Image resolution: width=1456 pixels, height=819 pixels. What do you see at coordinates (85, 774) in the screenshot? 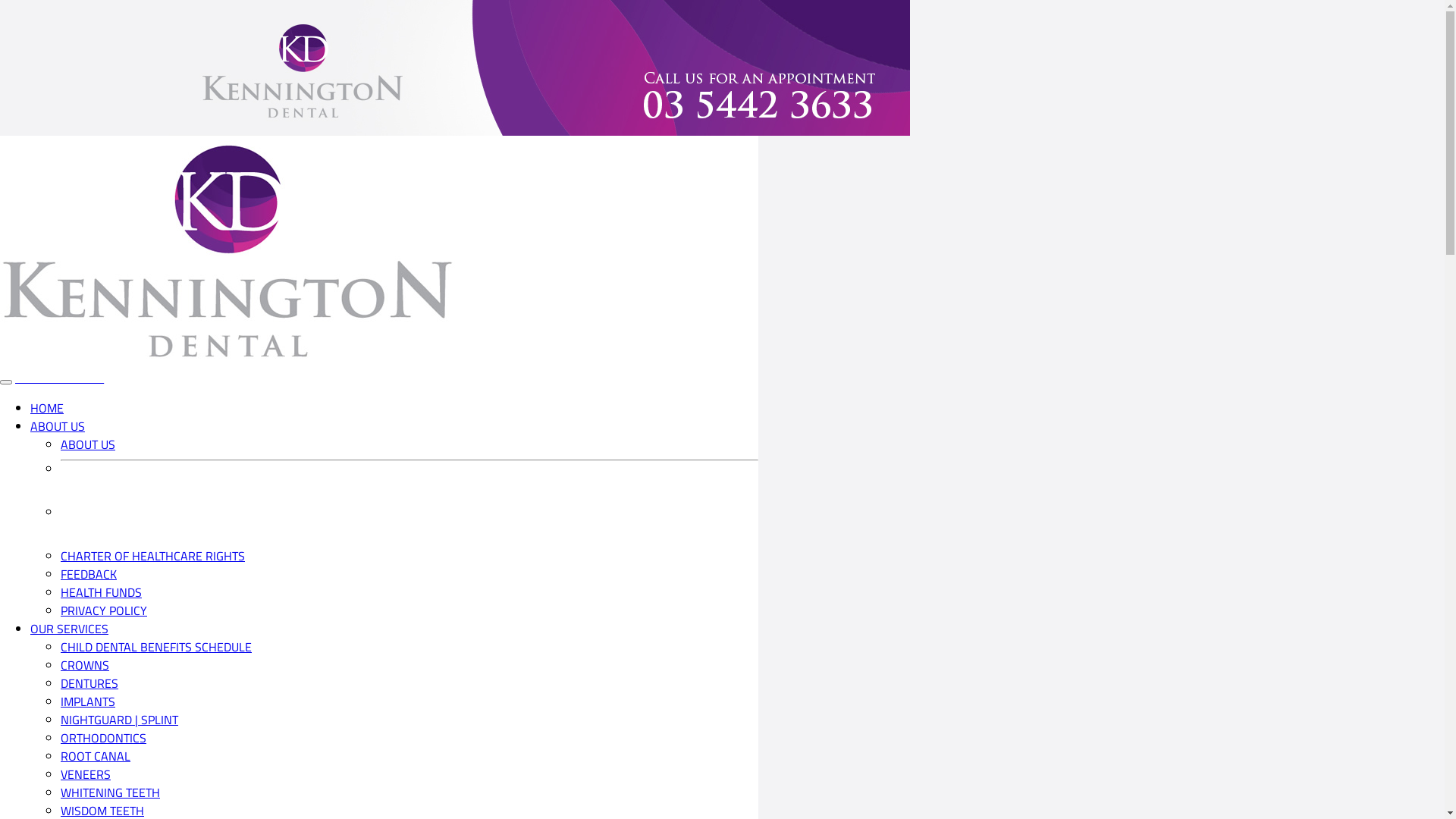
I see `'VENEERS'` at bounding box center [85, 774].